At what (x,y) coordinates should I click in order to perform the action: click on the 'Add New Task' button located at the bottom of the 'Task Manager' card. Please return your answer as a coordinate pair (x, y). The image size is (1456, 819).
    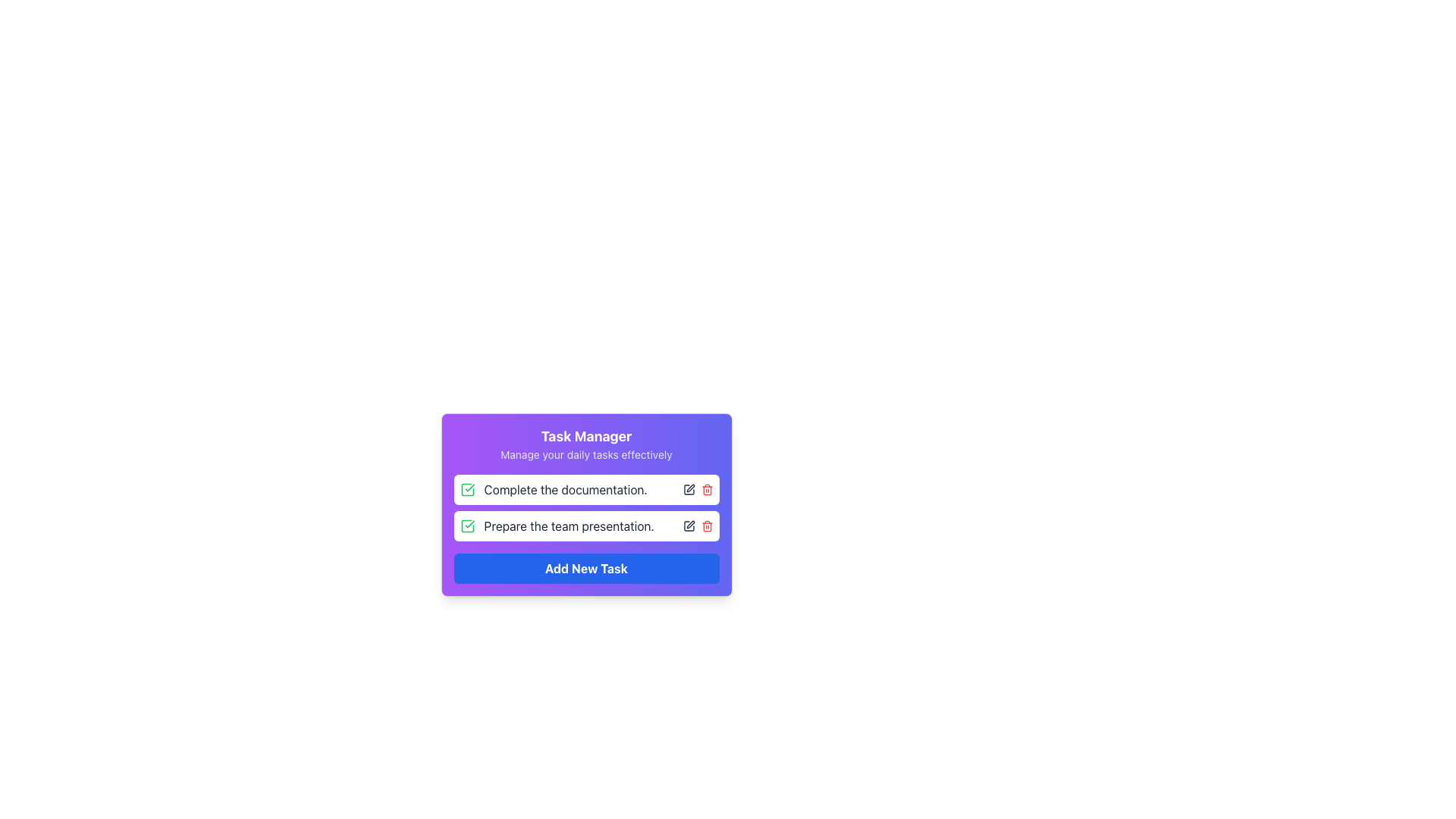
    Looking at the image, I should click on (585, 568).